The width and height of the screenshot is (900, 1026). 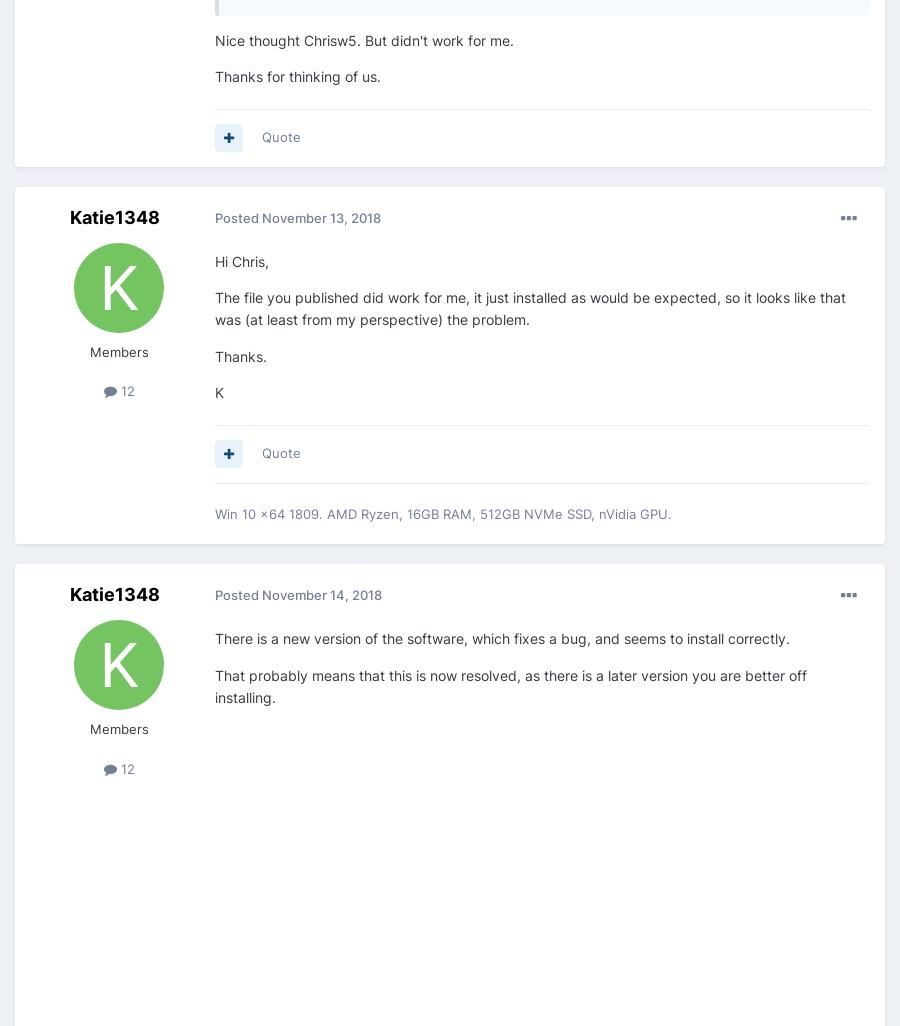 What do you see at coordinates (241, 259) in the screenshot?
I see `'Hi Chris,'` at bounding box center [241, 259].